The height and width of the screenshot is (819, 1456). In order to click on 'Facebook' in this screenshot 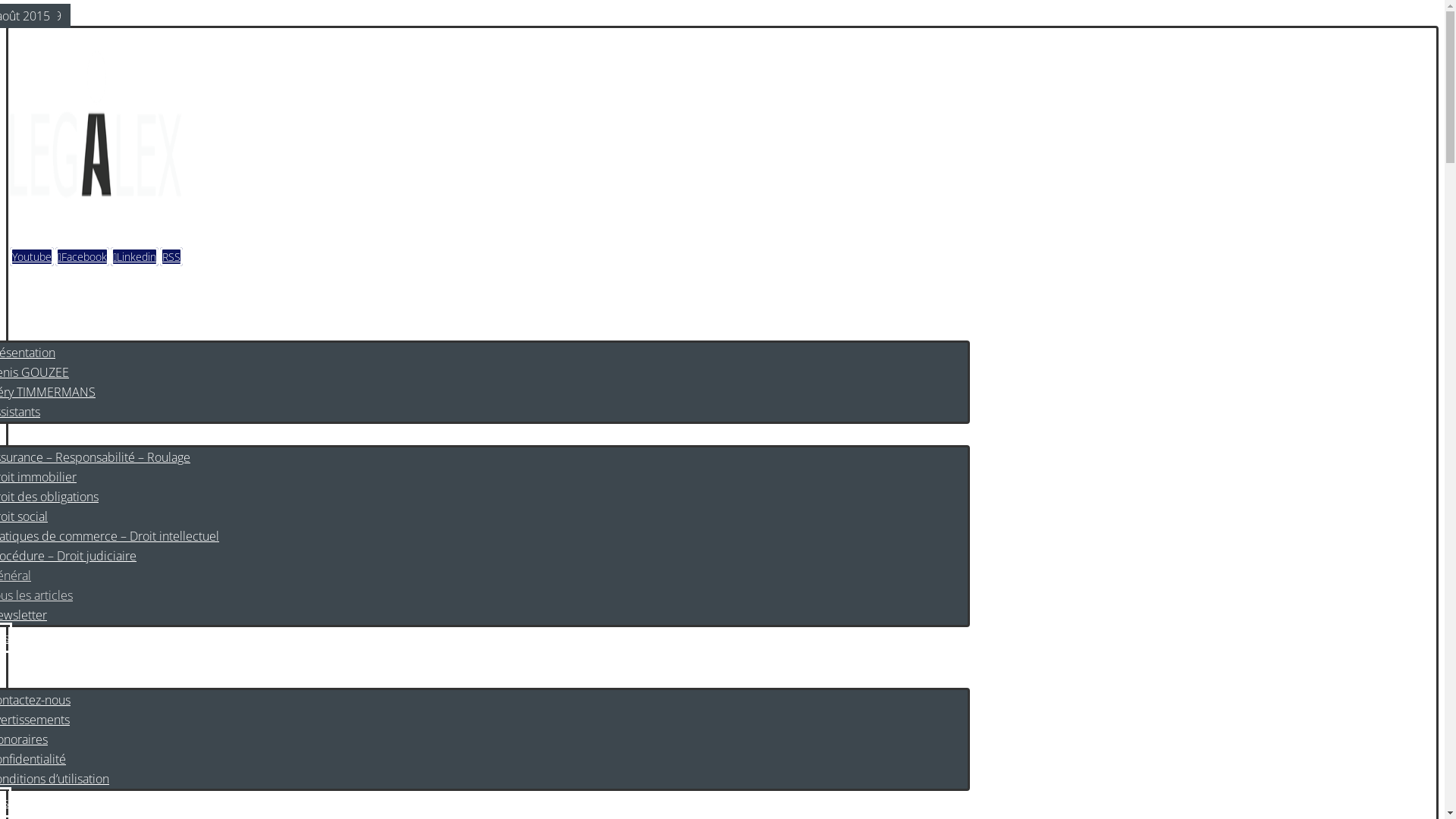, I will do `click(81, 256)`.